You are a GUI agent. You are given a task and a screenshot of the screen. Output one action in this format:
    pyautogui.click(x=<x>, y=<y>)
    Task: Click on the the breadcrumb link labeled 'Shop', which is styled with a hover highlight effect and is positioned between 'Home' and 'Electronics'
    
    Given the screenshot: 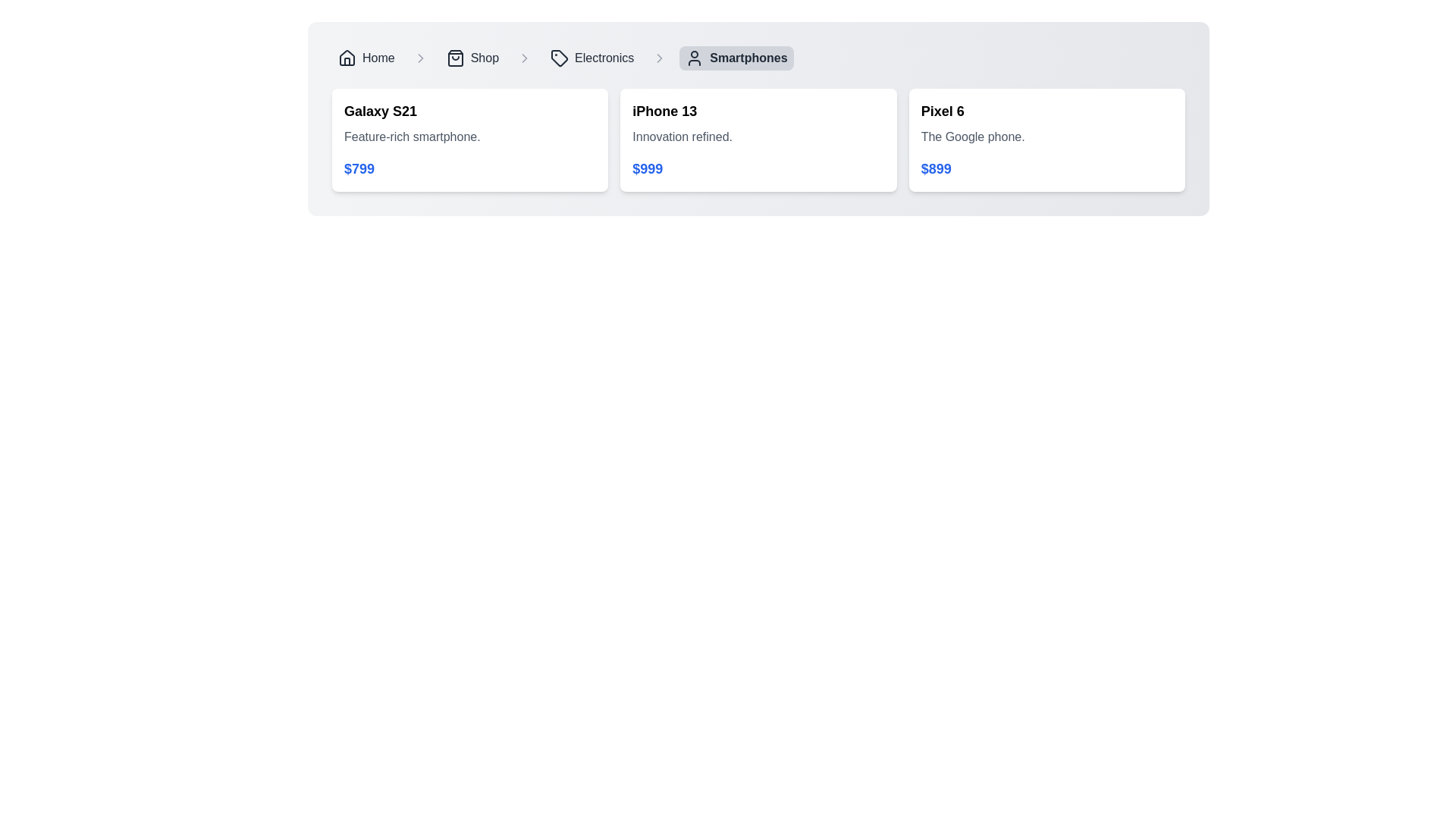 What is the action you would take?
    pyautogui.click(x=472, y=58)
    